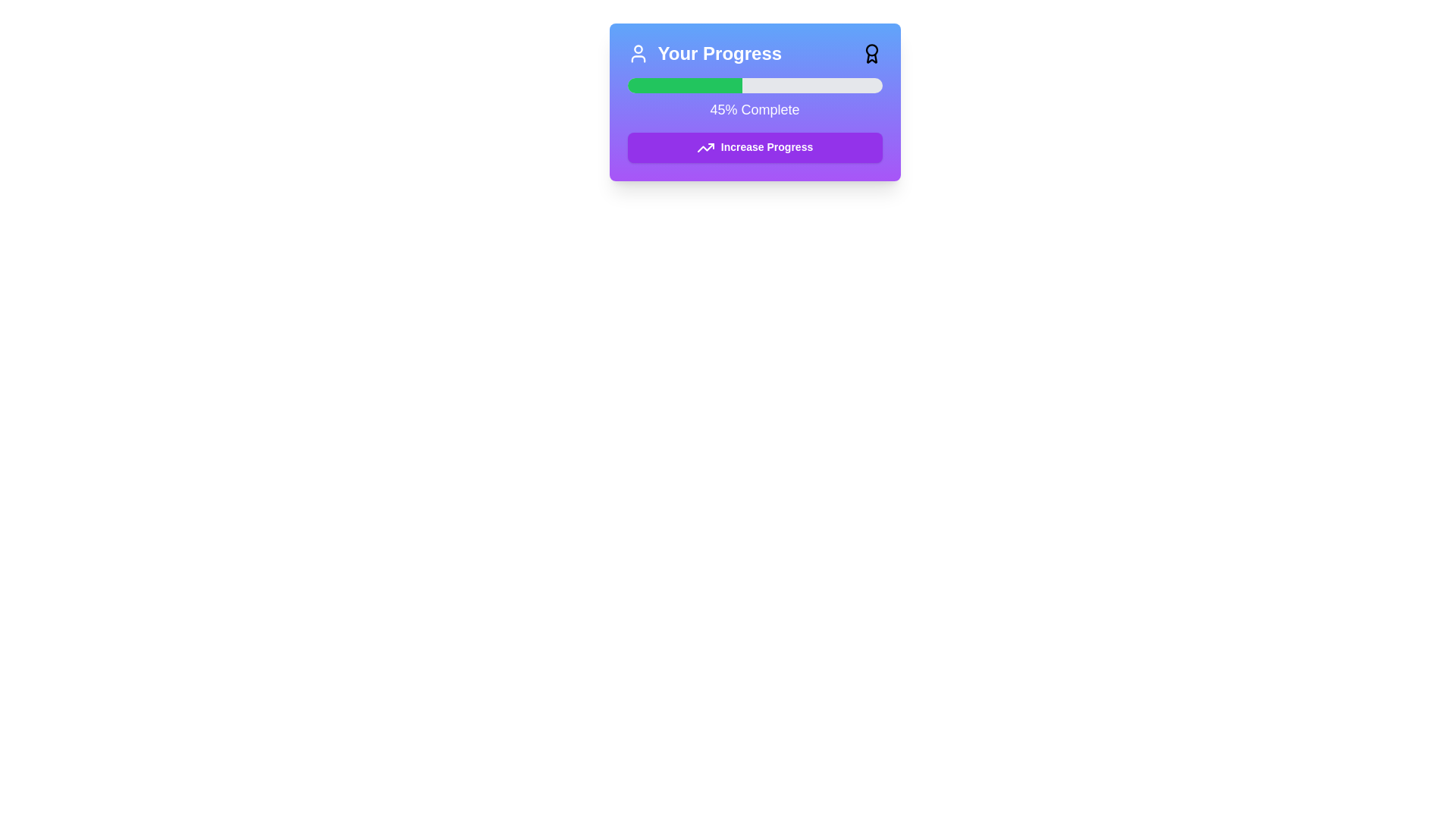 The height and width of the screenshot is (819, 1456). What do you see at coordinates (638, 52) in the screenshot?
I see `the user profile icon, which is a circular white outline located in the blue header bar at the top-left corner, next to the 'Your Progress' text` at bounding box center [638, 52].